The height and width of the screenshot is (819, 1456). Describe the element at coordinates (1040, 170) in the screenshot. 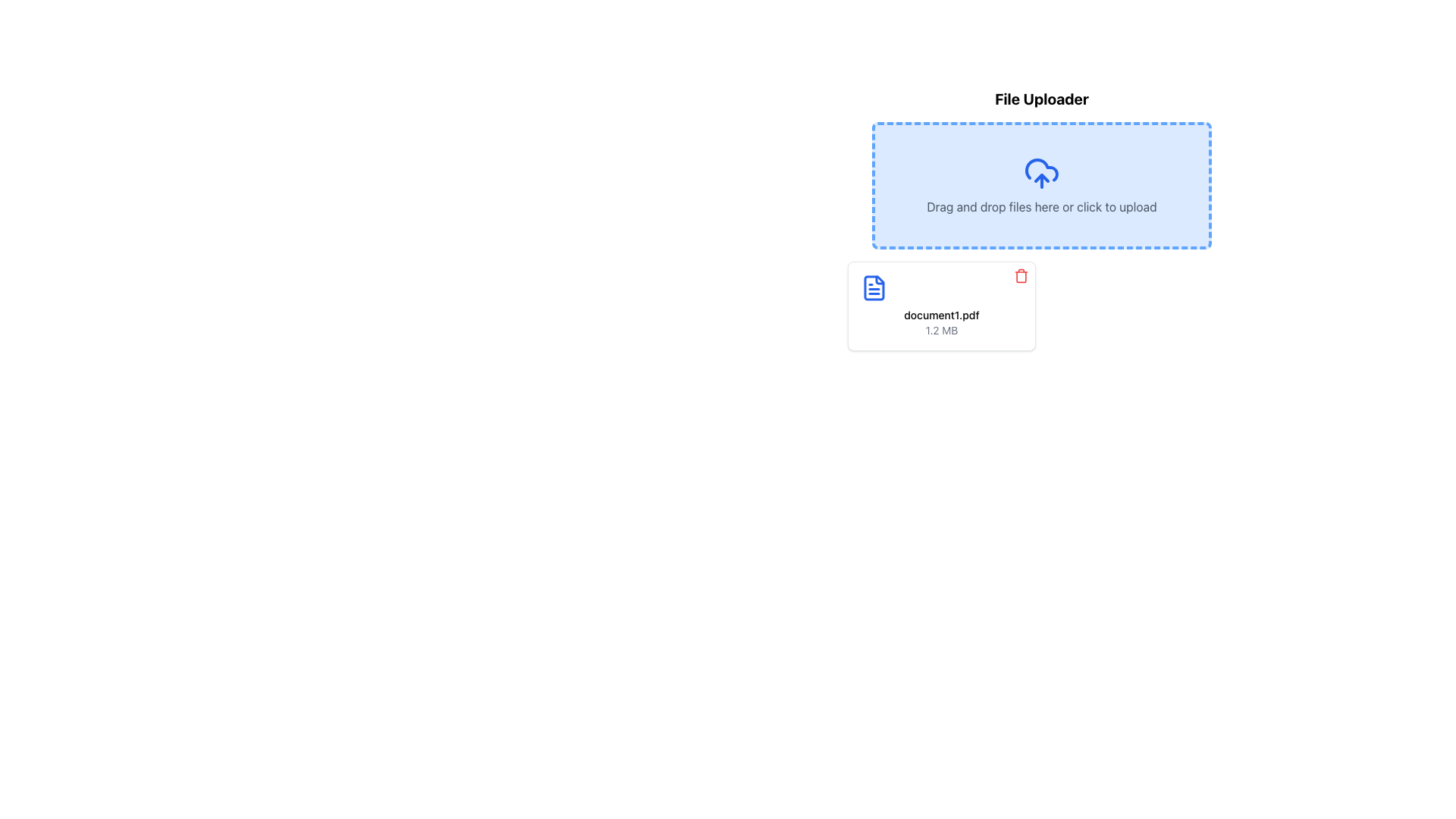

I see `the decorative cloud shape within the cloud upload icon, which enhances recognition of upload functionalities` at that location.